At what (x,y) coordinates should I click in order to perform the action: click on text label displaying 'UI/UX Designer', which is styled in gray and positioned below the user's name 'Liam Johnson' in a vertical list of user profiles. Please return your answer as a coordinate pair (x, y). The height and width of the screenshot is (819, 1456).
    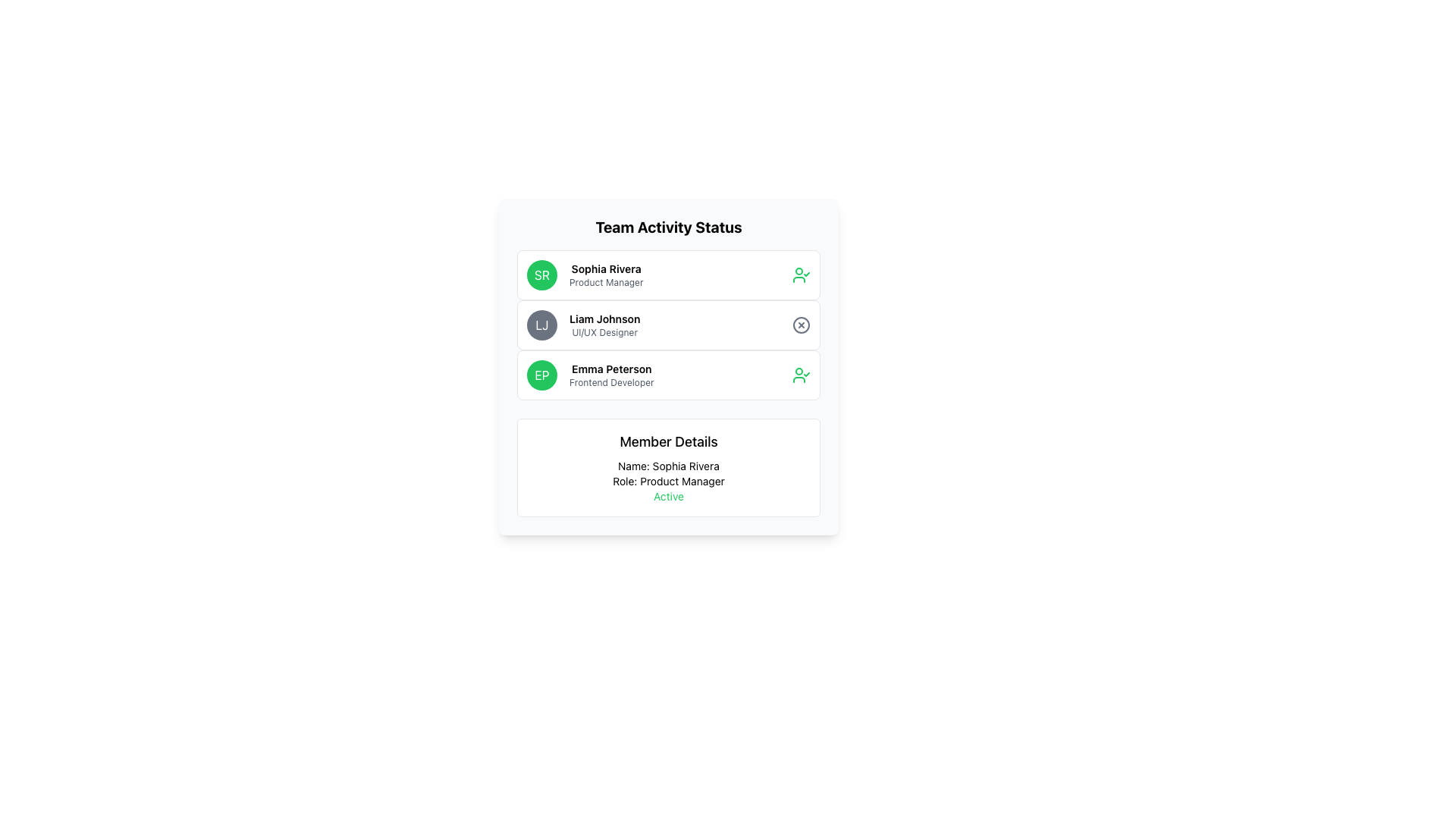
    Looking at the image, I should click on (604, 332).